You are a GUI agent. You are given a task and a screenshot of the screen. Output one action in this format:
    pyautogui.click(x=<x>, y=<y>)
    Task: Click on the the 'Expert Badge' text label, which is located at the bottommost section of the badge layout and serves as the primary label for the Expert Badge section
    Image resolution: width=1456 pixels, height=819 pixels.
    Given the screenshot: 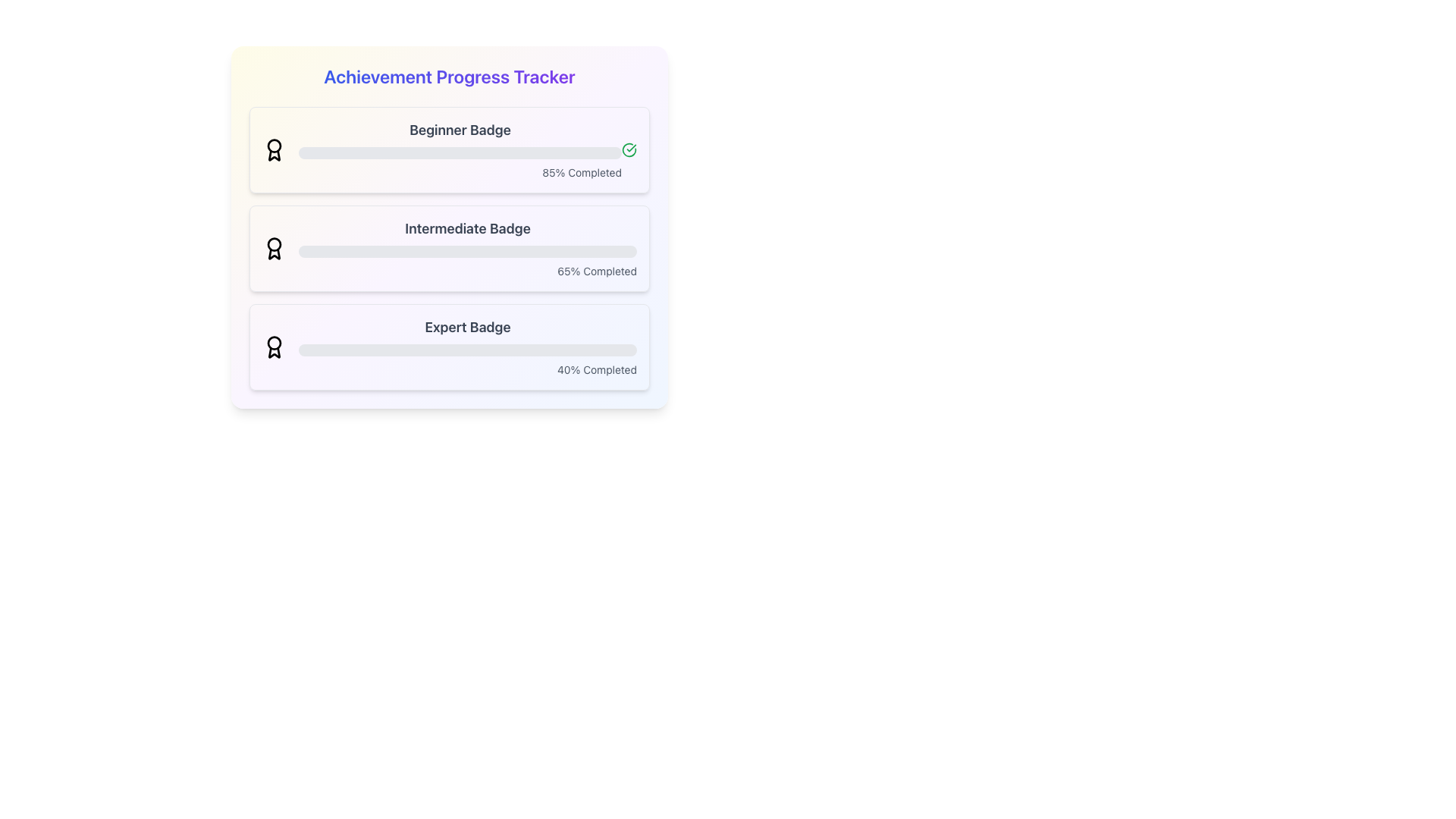 What is the action you would take?
    pyautogui.click(x=467, y=327)
    